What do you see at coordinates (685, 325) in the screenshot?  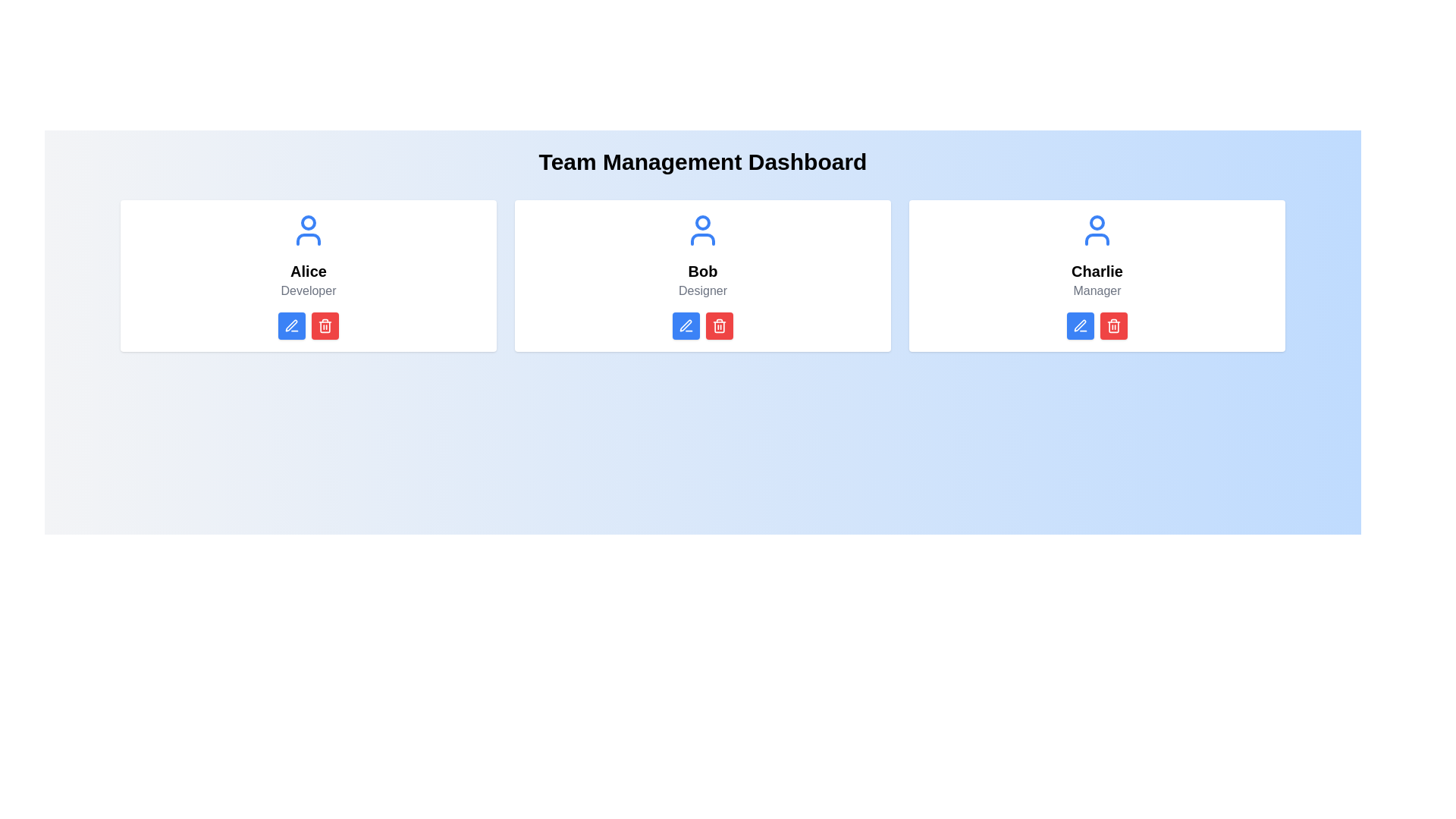 I see `the edit icon embedded in the button for the user card of 'Bob' (Designer) via tab navigation` at bounding box center [685, 325].